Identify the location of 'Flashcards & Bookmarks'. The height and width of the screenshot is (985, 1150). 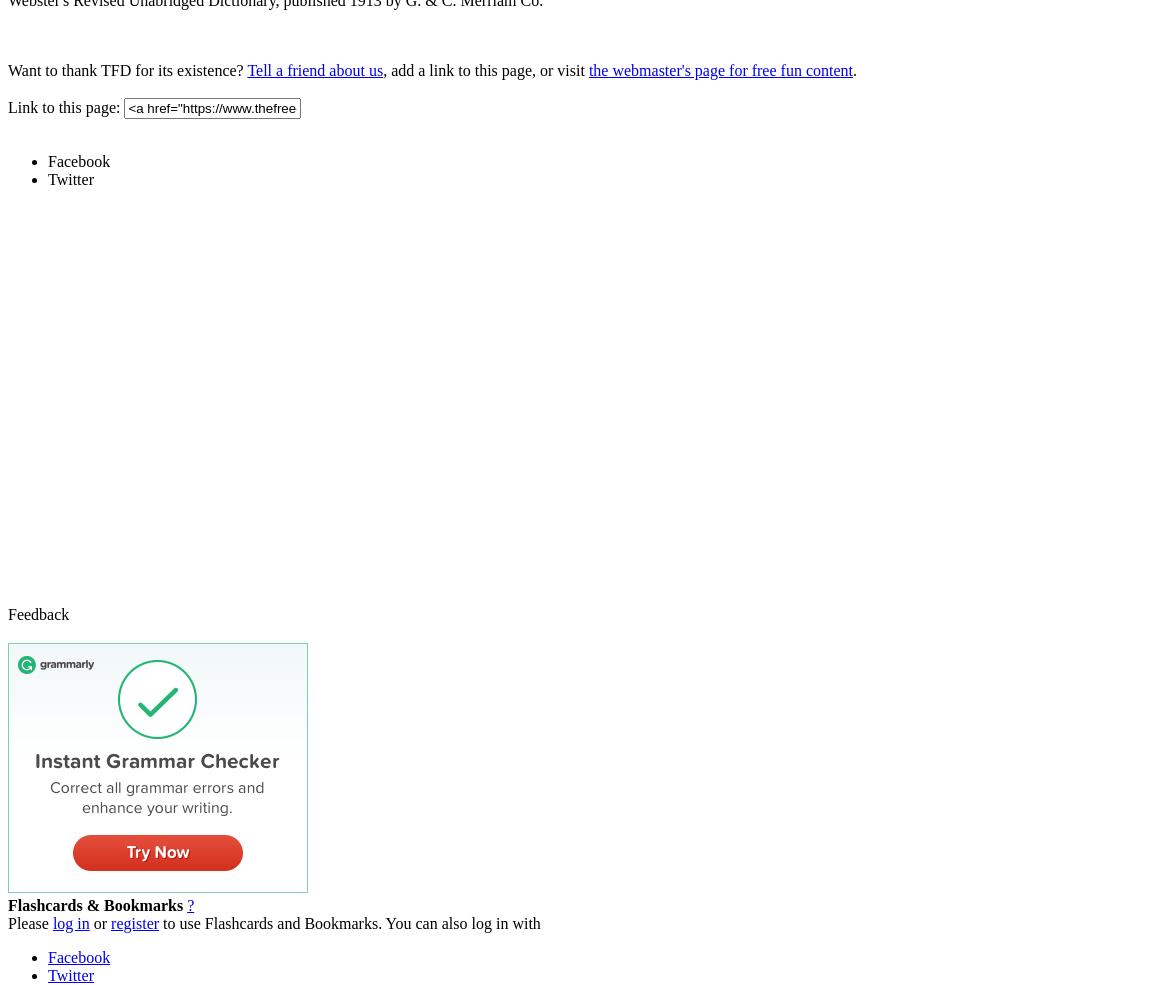
(94, 904).